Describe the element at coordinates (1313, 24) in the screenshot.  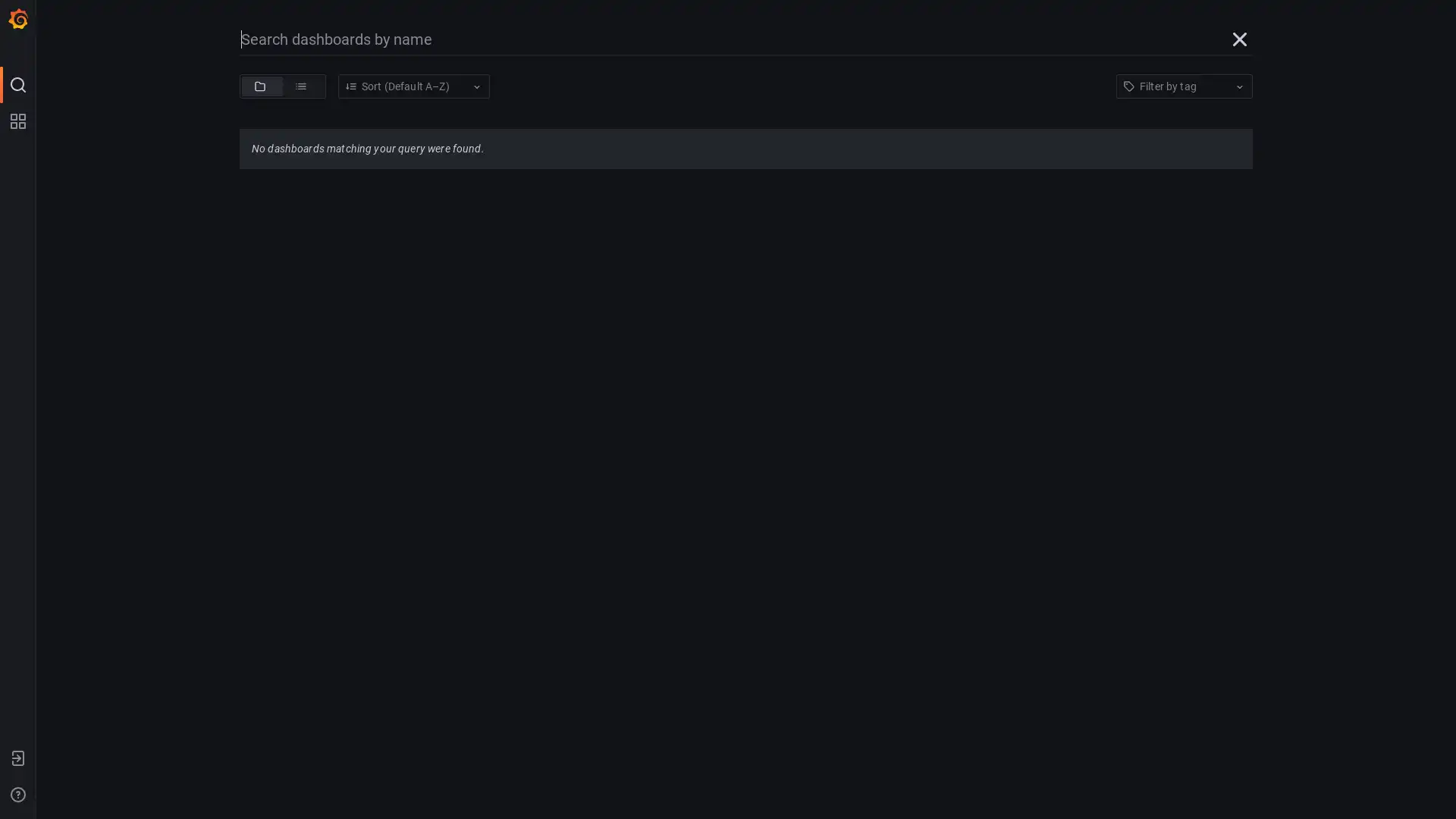
I see `Move time range forwards` at that location.